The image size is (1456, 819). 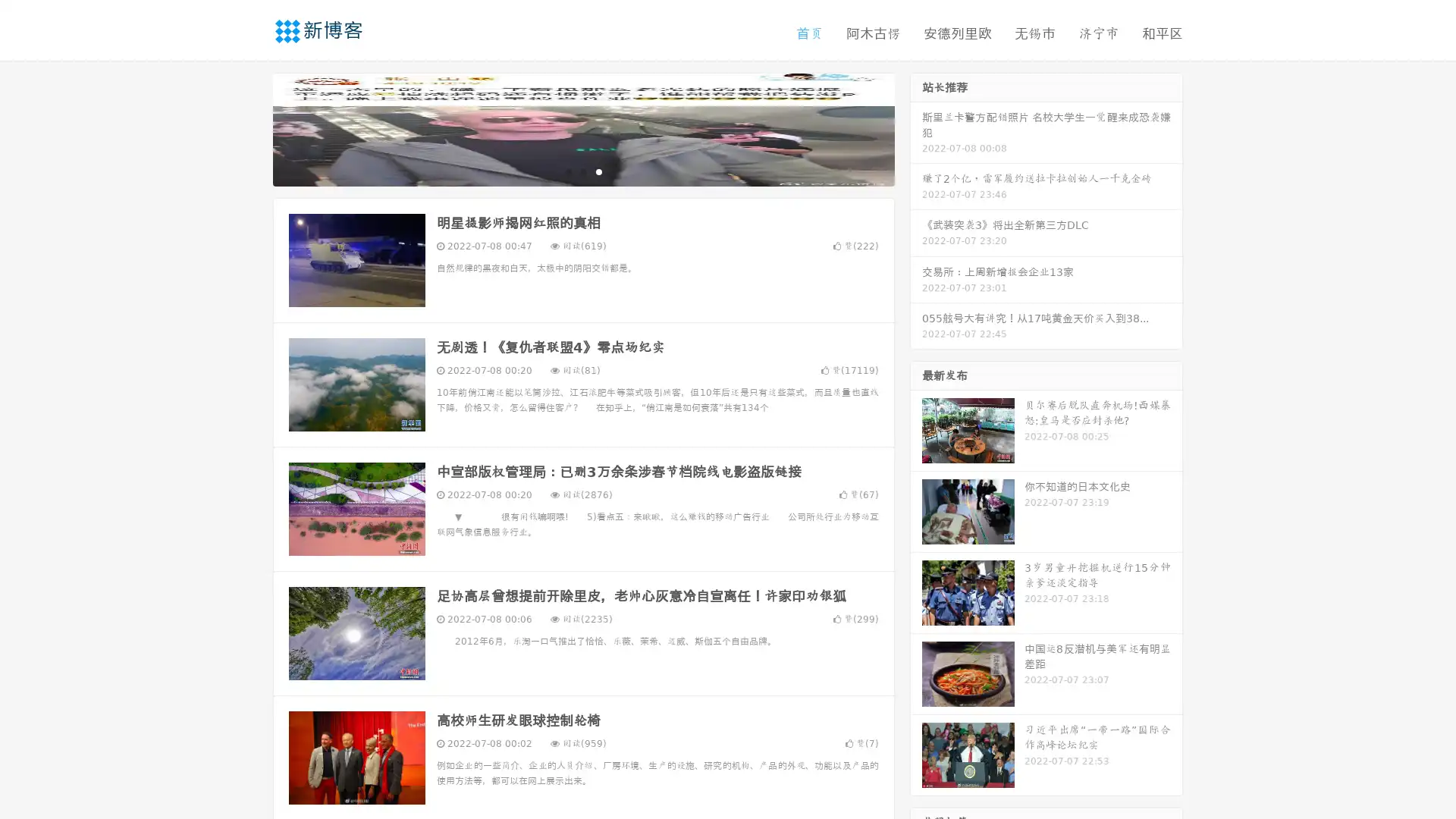 What do you see at coordinates (598, 171) in the screenshot?
I see `Go to slide 3` at bounding box center [598, 171].